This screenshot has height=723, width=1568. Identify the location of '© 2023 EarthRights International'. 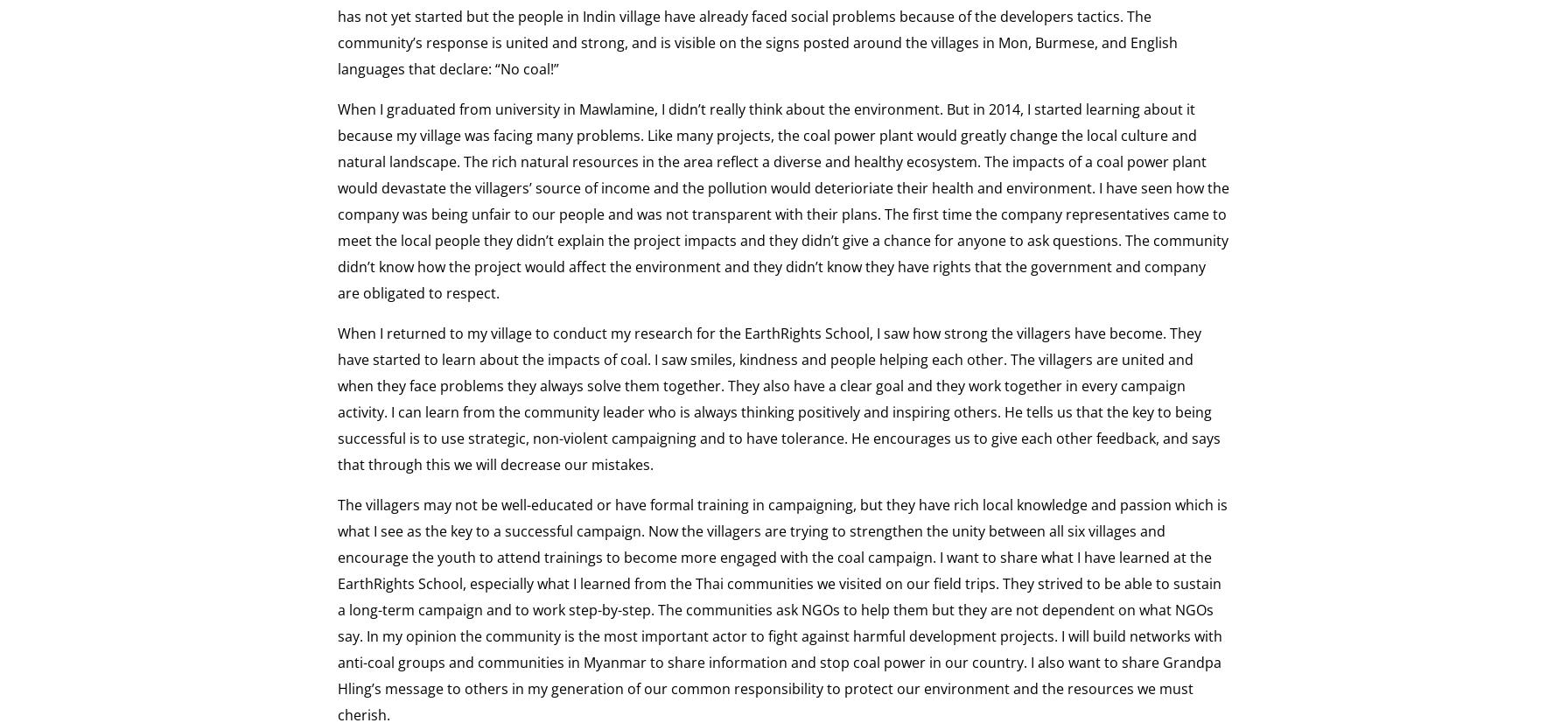
(138, 210).